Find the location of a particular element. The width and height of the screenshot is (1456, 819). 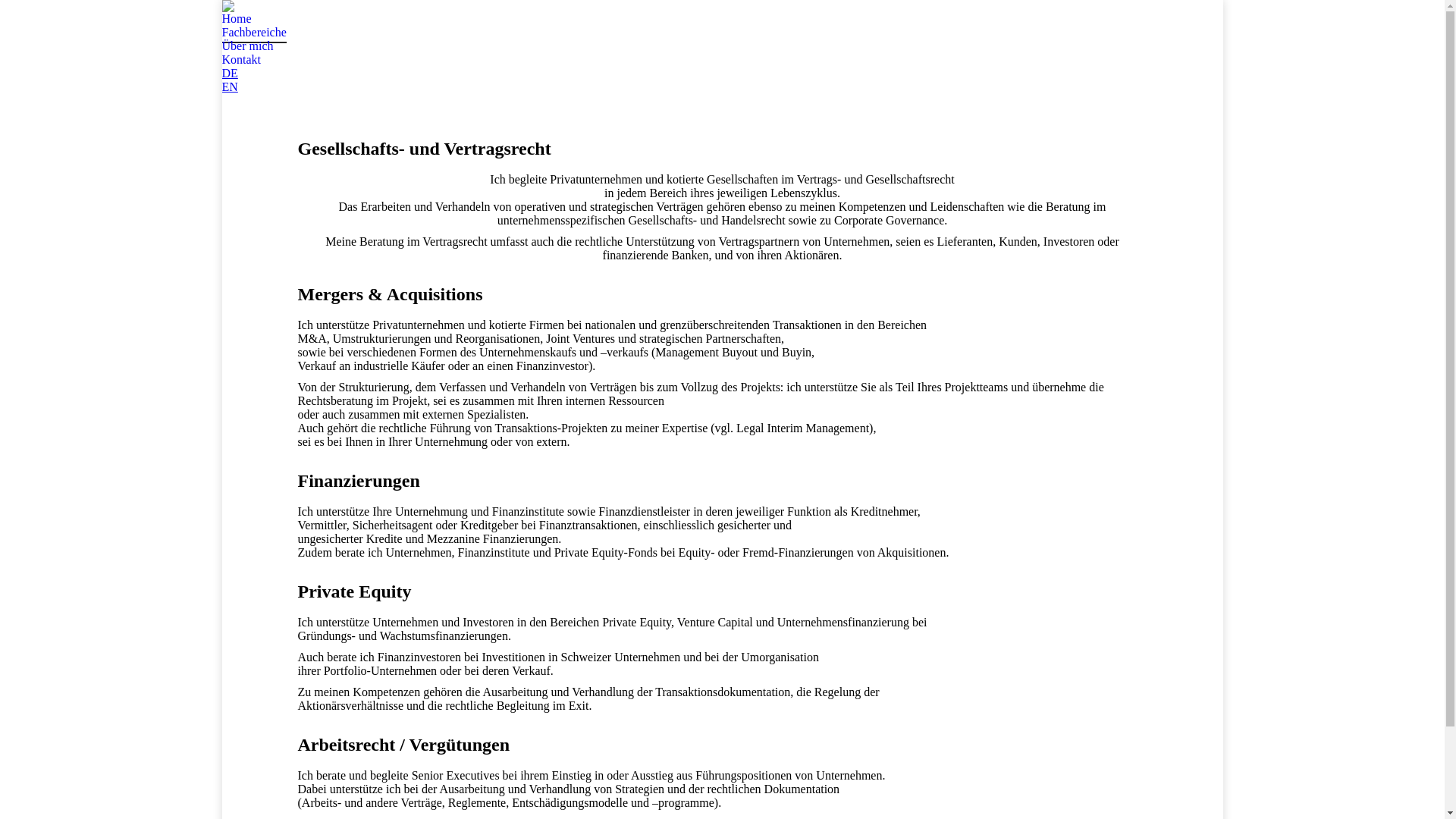

'Kontakt' is located at coordinates (240, 58).